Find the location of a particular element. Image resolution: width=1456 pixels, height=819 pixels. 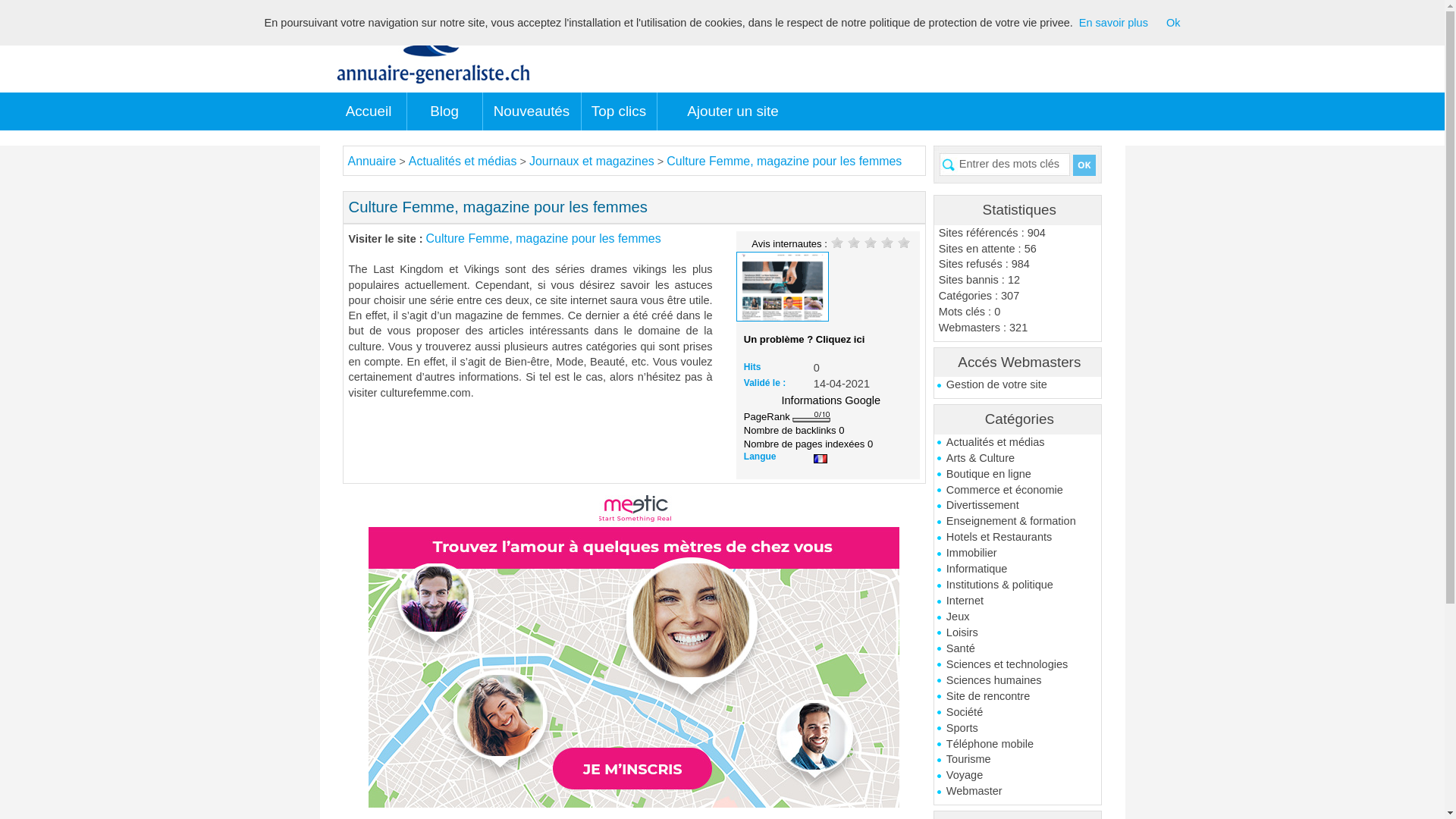

'2' is located at coordinates (854, 241).